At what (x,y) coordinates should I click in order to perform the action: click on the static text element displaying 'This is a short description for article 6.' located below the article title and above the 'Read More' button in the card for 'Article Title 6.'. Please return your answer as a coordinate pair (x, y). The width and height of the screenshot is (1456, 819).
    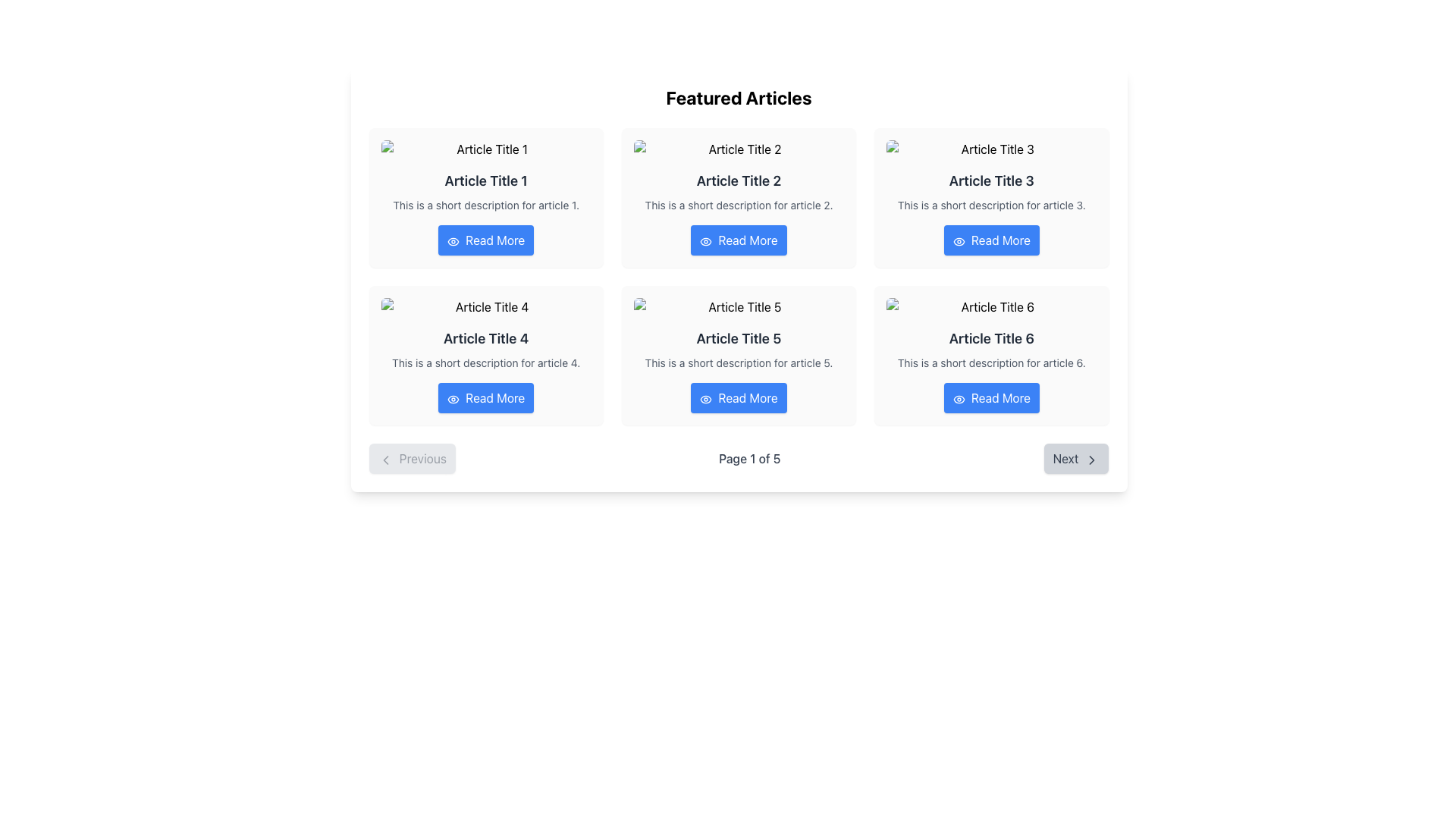
    Looking at the image, I should click on (991, 362).